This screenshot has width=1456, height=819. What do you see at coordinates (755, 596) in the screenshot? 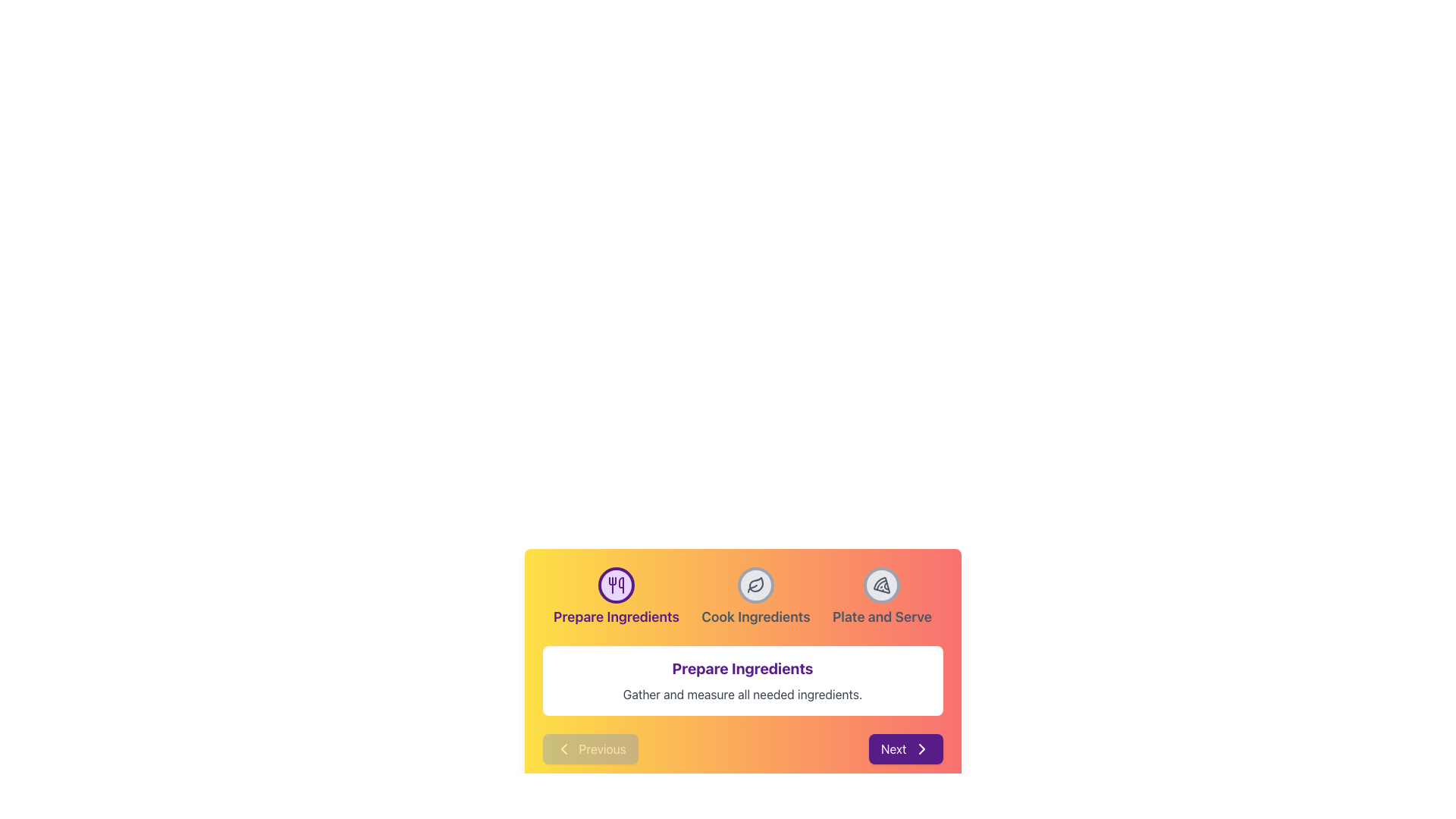
I see `the navigational button labeled 'Cook Ingredients' located between 'Prepare Ingredients' and 'Plate and Serve'` at bounding box center [755, 596].